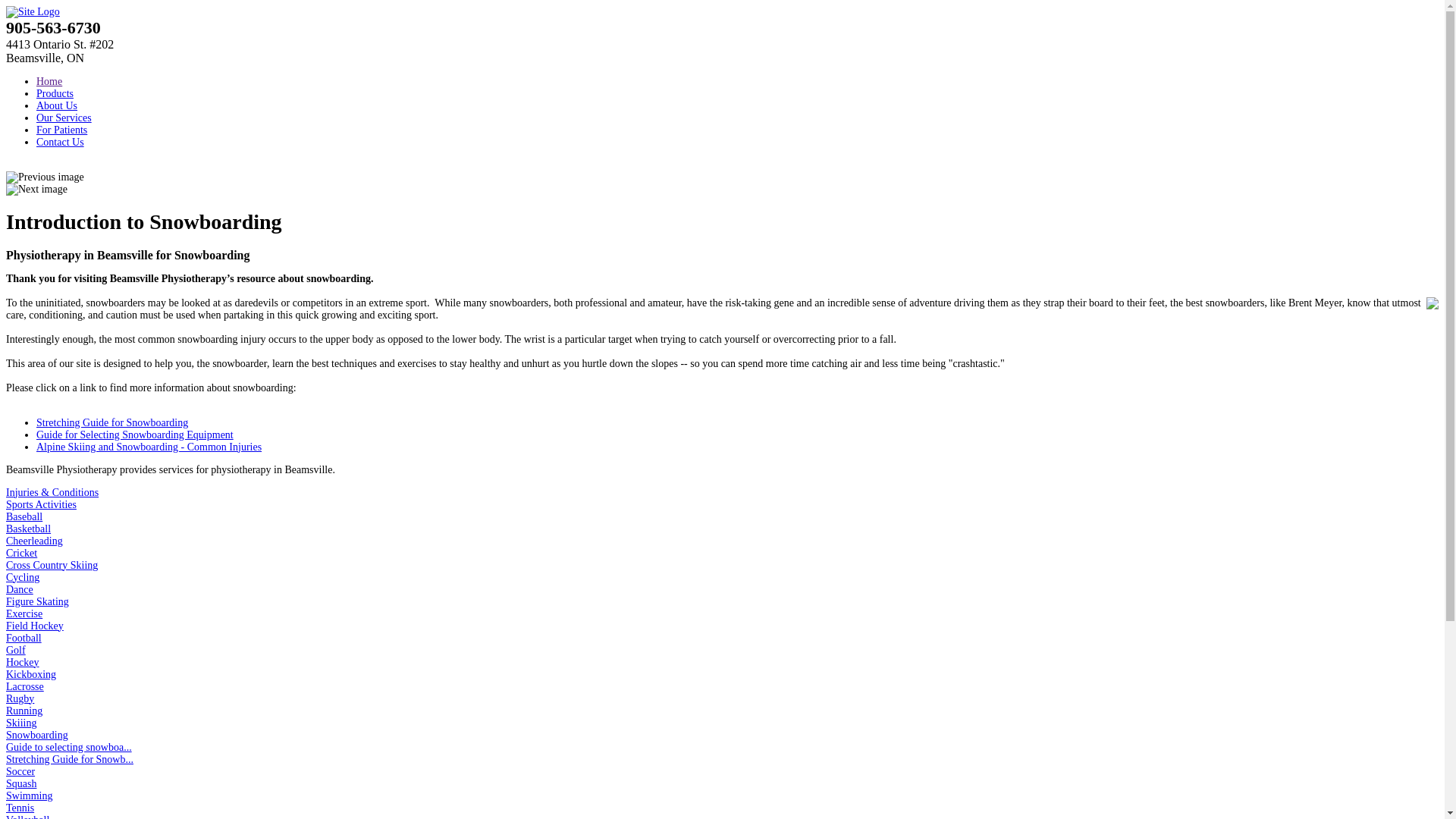  What do you see at coordinates (34, 540) in the screenshot?
I see `'Cheerleading'` at bounding box center [34, 540].